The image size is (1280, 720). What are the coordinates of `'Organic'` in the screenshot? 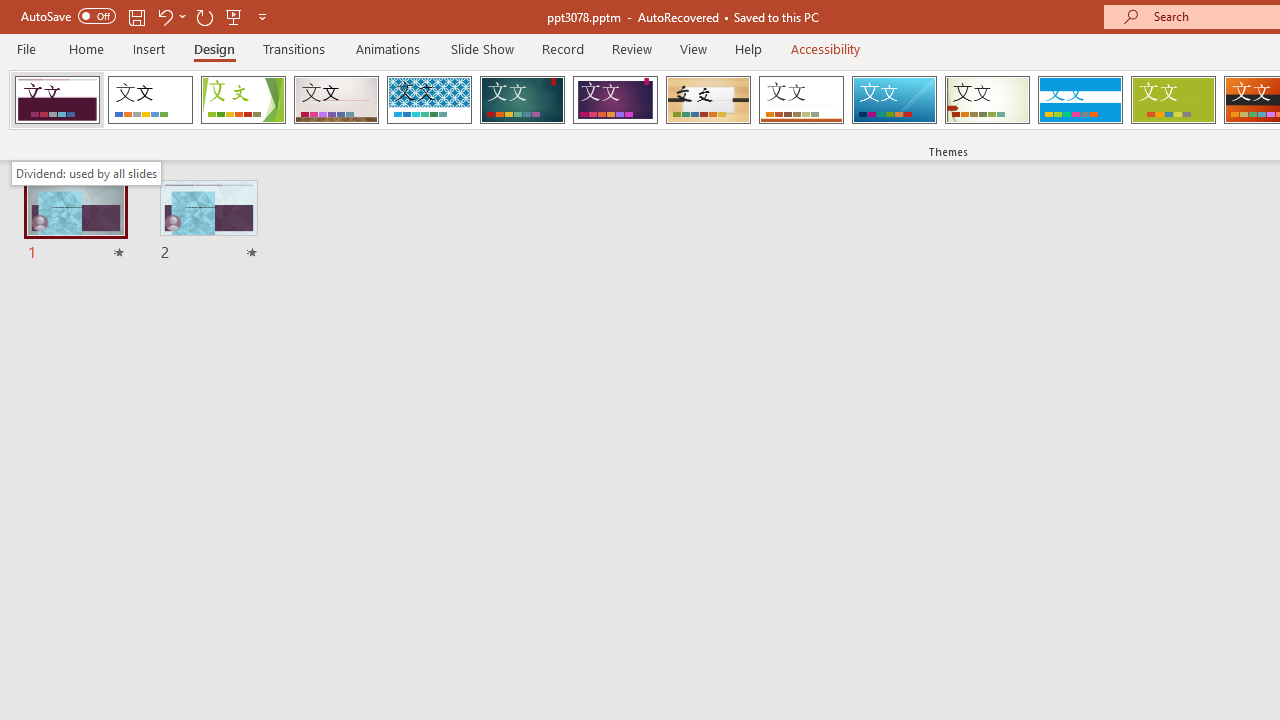 It's located at (708, 100).